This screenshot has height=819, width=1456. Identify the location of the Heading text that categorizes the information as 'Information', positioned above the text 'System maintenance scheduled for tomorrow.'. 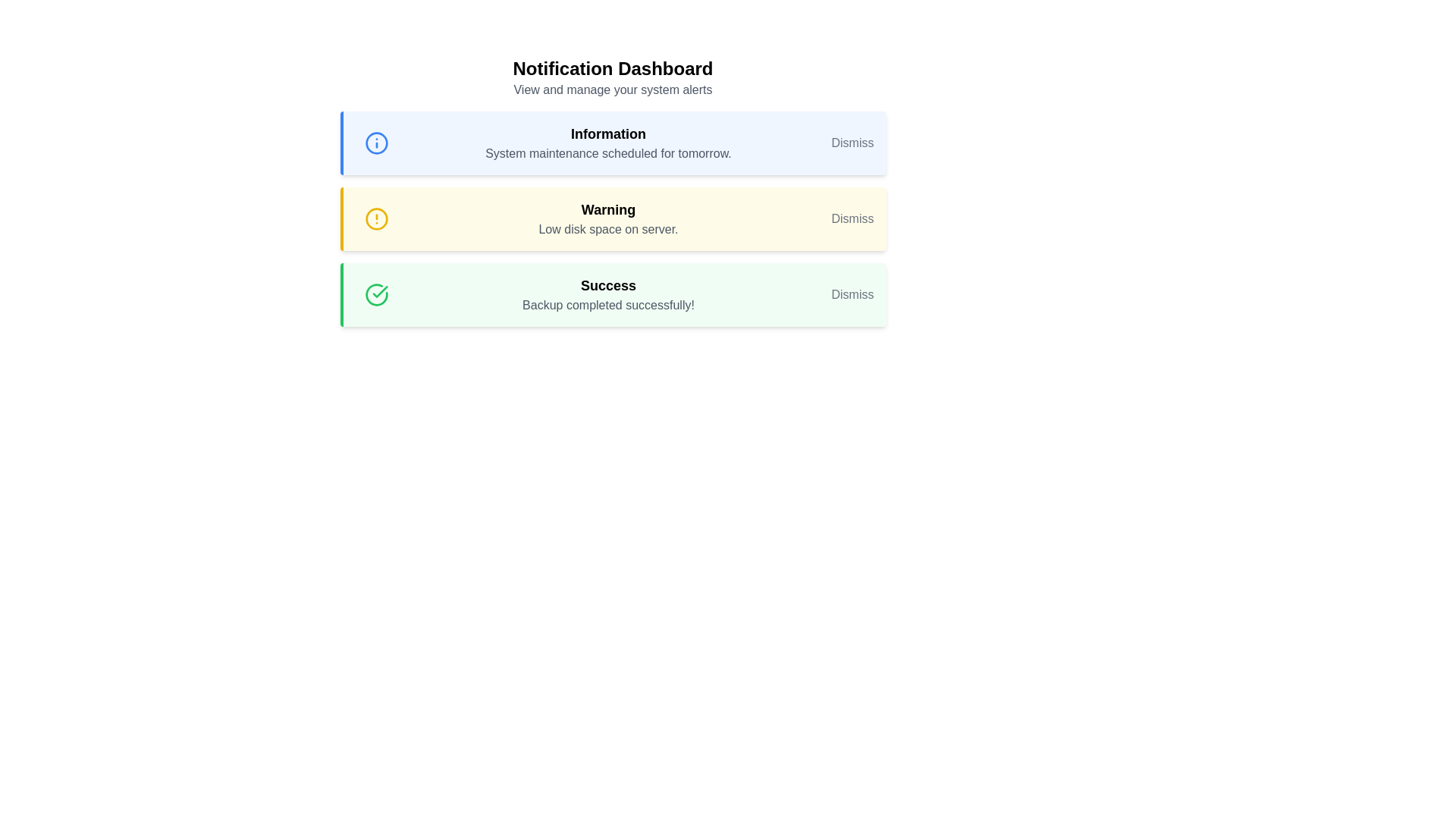
(608, 133).